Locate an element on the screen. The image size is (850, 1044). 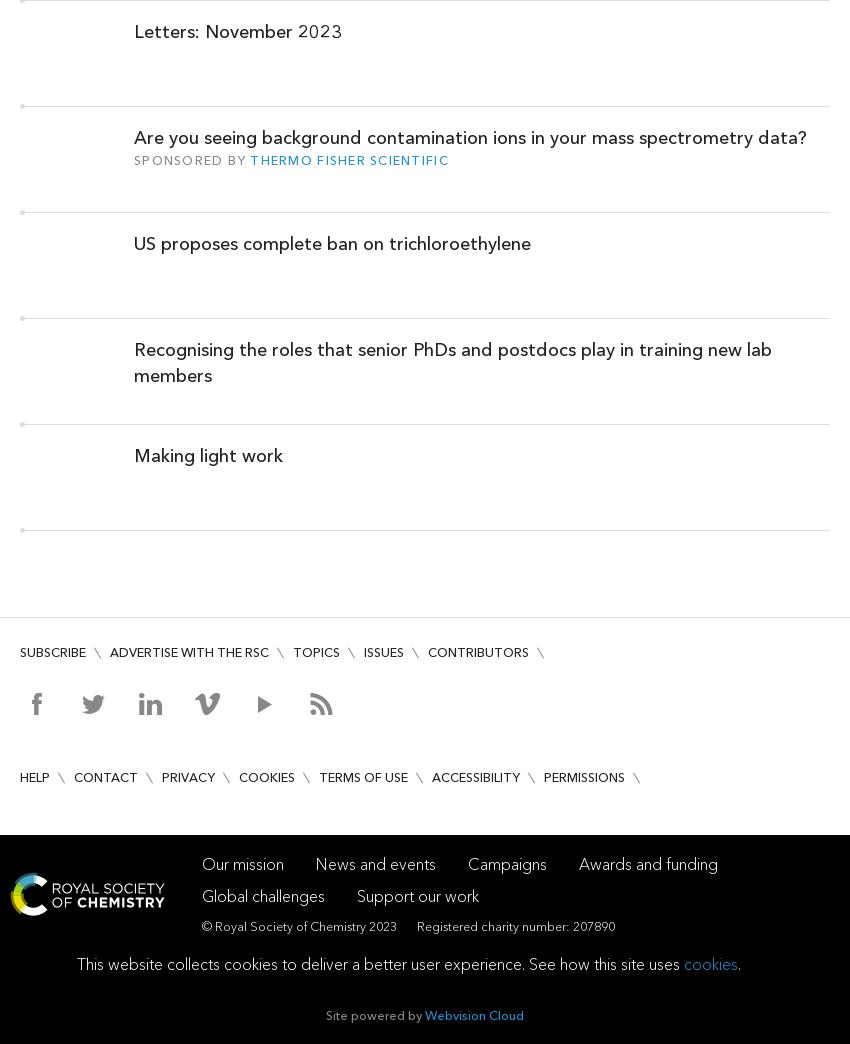
'Global challenges' is located at coordinates (262, 896).